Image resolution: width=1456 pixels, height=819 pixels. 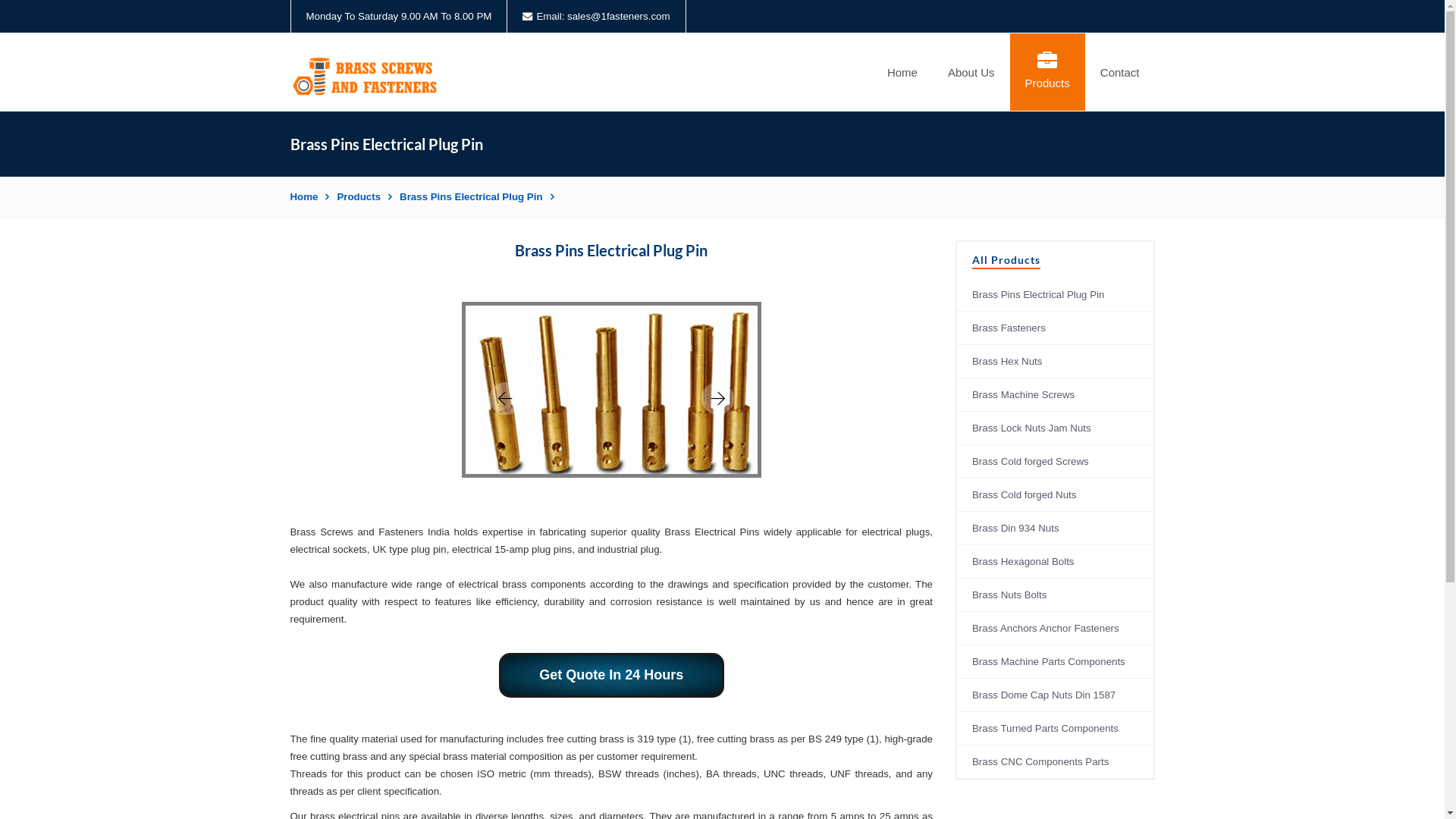 What do you see at coordinates (956, 428) in the screenshot?
I see `'Brass Lock Nuts Jam Nuts'` at bounding box center [956, 428].